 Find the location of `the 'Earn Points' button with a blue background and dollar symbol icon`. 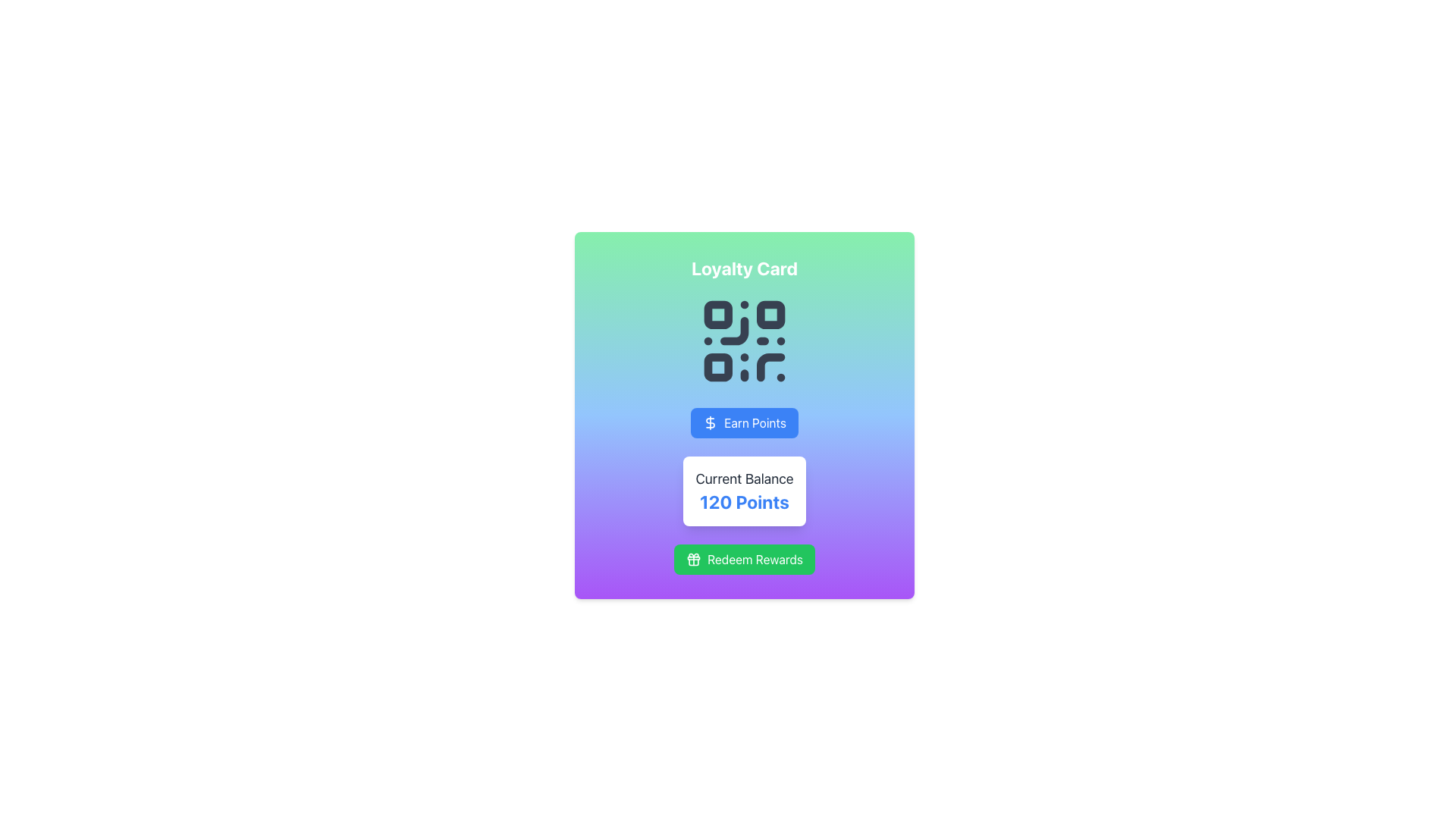

the 'Earn Points' button with a blue background and dollar symbol icon is located at coordinates (745, 415).